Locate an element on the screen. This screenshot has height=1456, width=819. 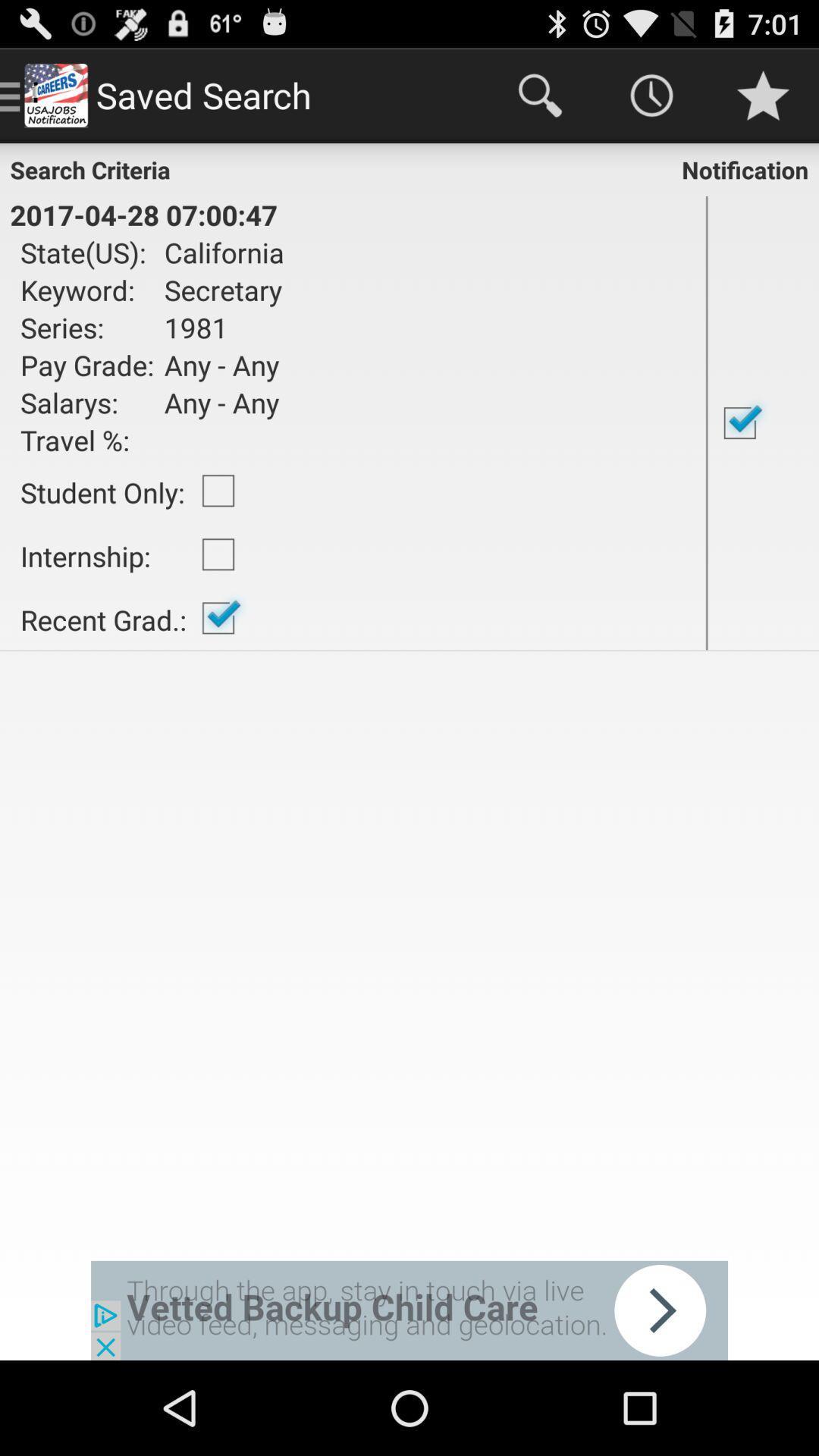
the item next to student only: item is located at coordinates (218, 491).